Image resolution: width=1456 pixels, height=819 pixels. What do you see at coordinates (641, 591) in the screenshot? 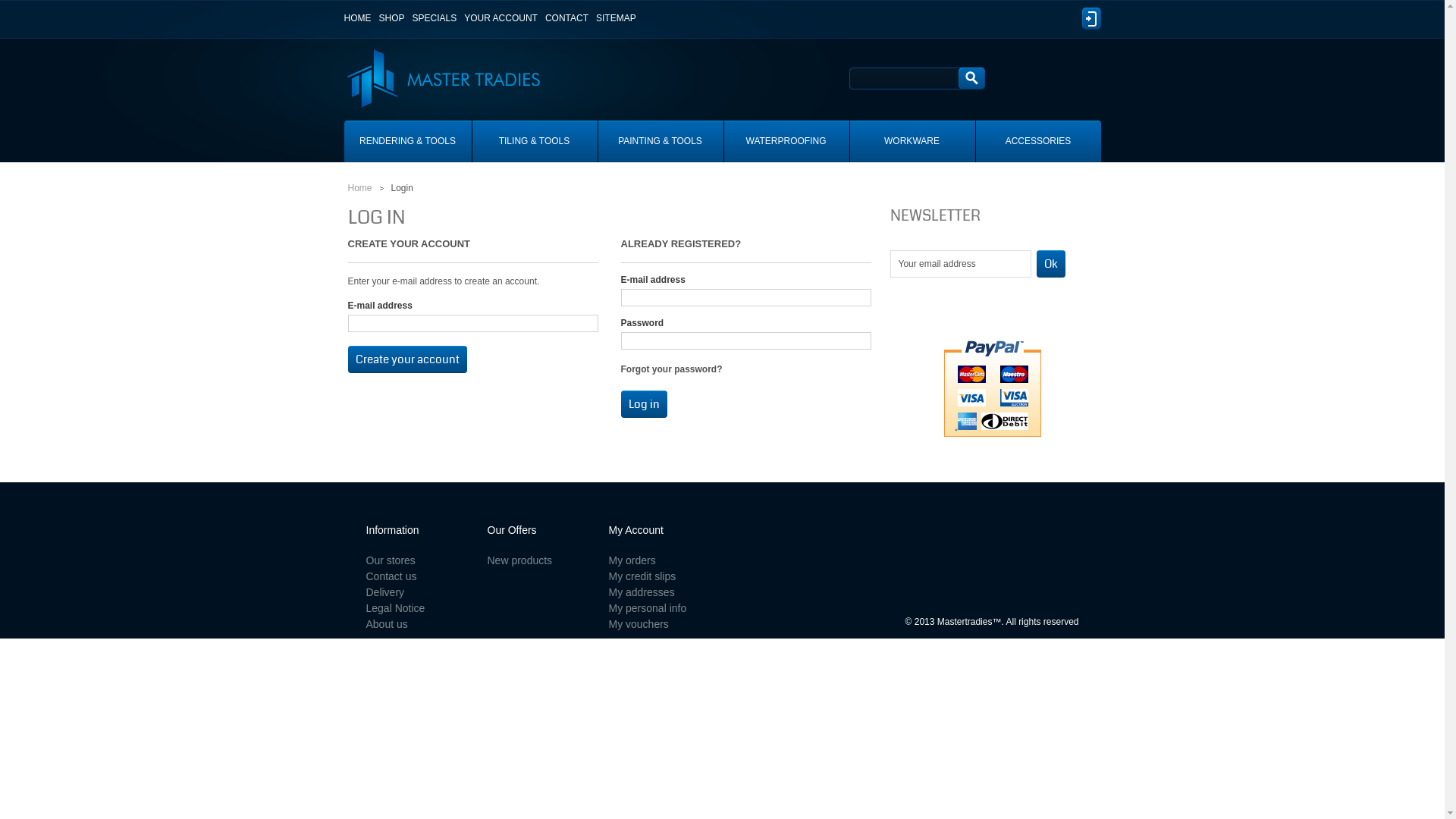
I see `'My addresses'` at bounding box center [641, 591].